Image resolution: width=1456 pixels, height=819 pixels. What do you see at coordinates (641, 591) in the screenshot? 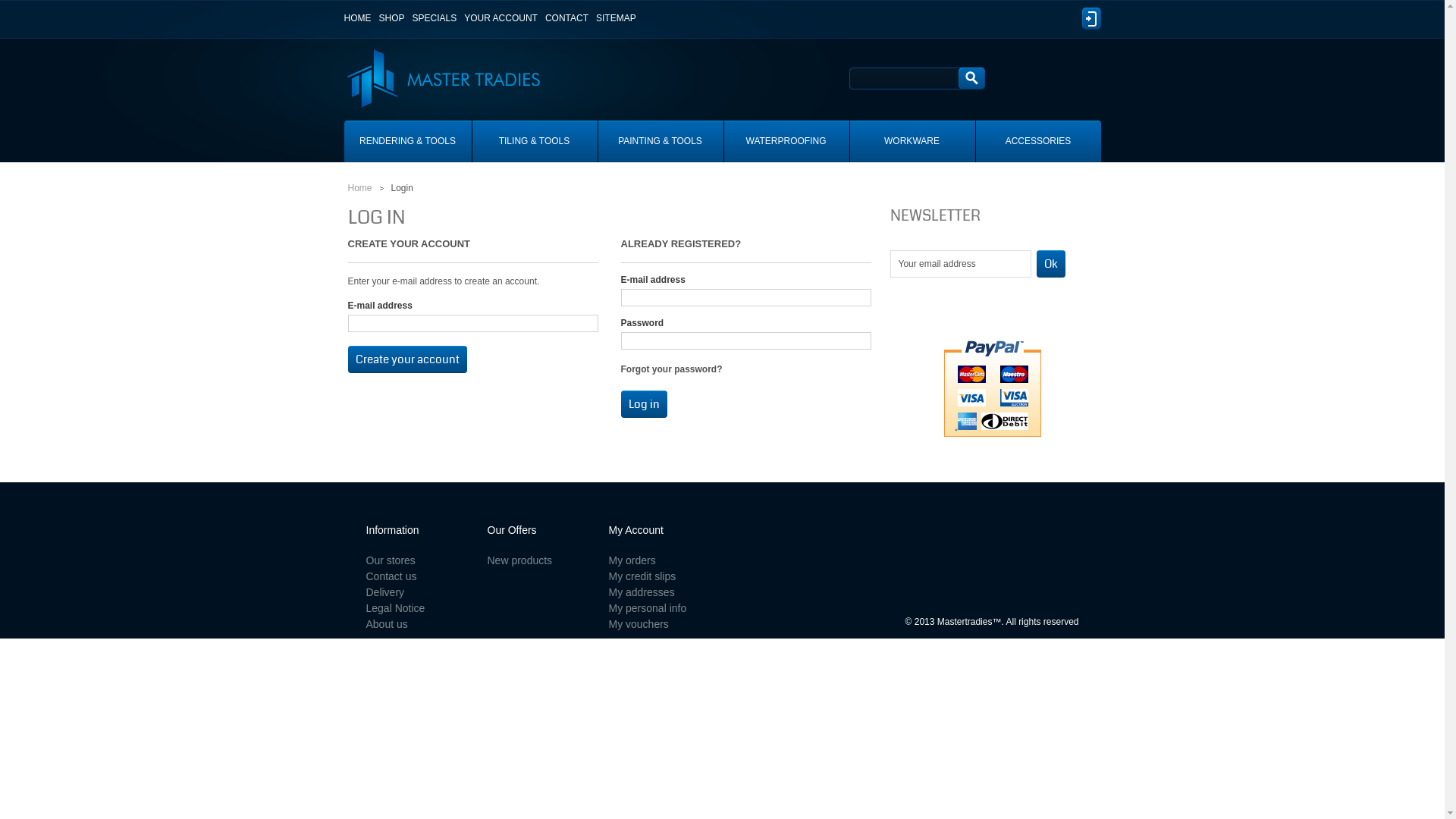
I see `'My addresses'` at bounding box center [641, 591].